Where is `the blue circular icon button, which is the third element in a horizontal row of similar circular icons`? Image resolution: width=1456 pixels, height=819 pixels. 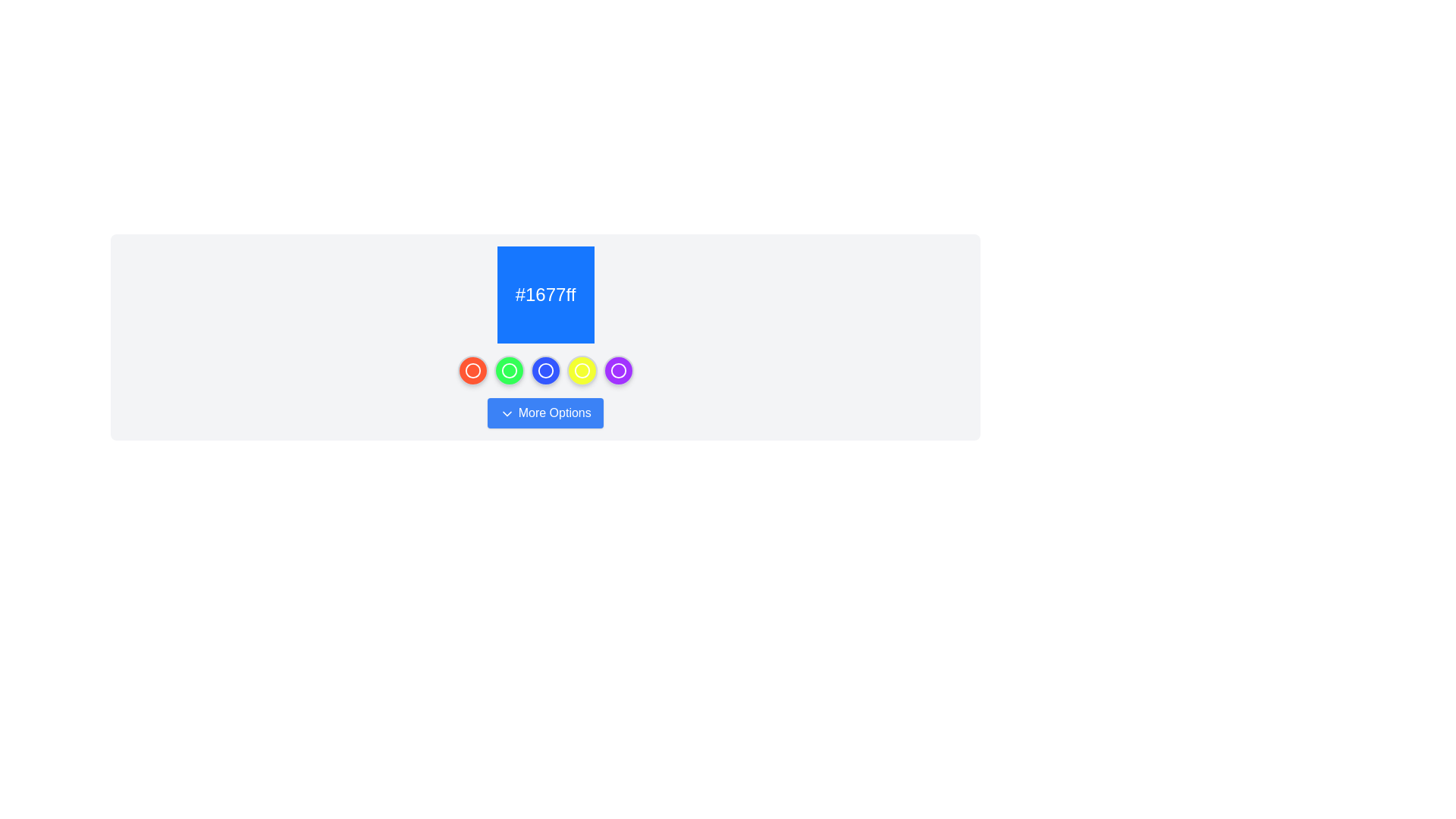
the blue circular icon button, which is the third element in a horizontal row of similar circular icons is located at coordinates (545, 371).